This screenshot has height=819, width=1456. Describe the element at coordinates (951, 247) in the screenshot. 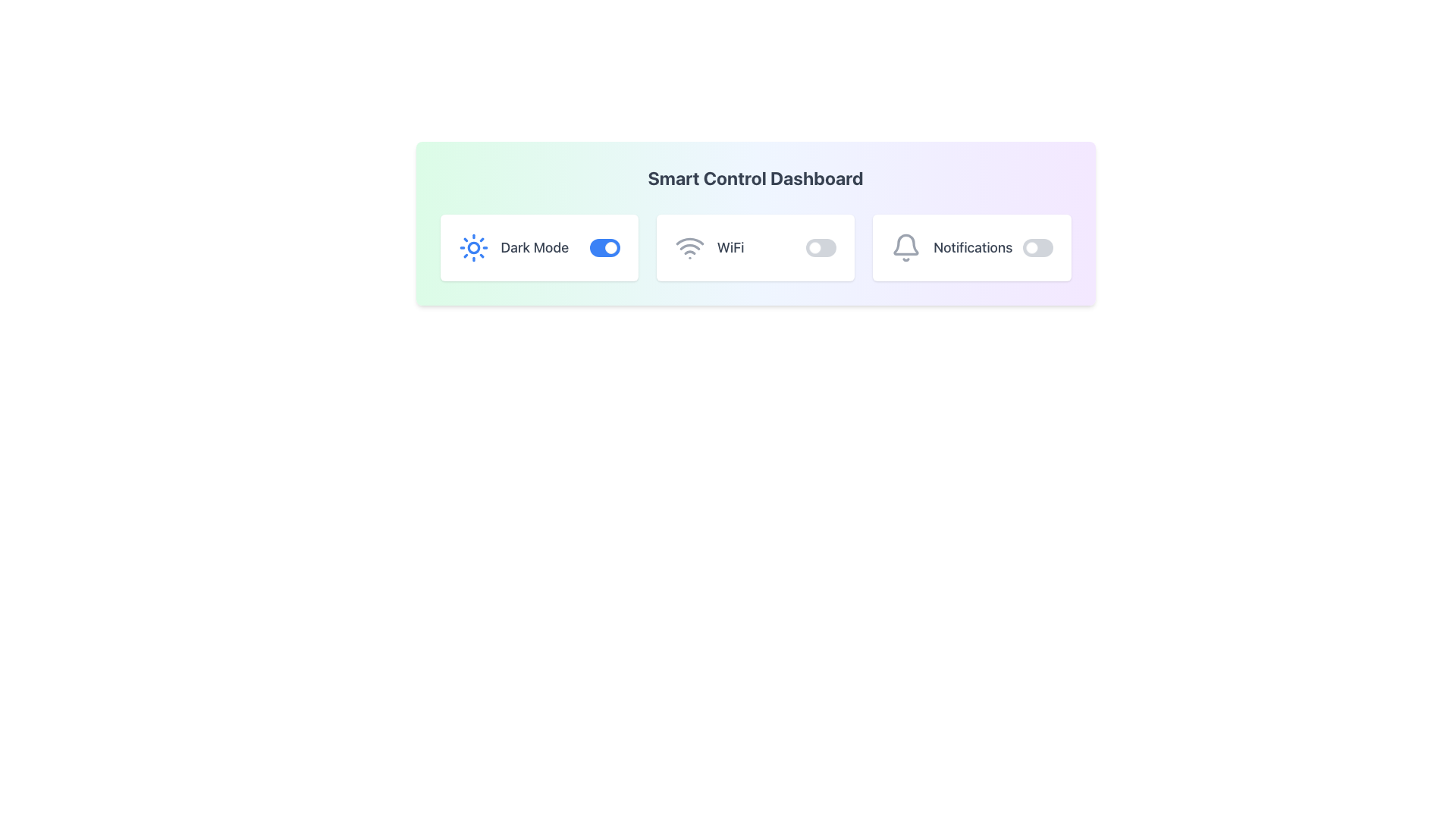

I see `the 'Notifications' label with bell icon located at the top-right section of the dashboard card to view details` at that location.